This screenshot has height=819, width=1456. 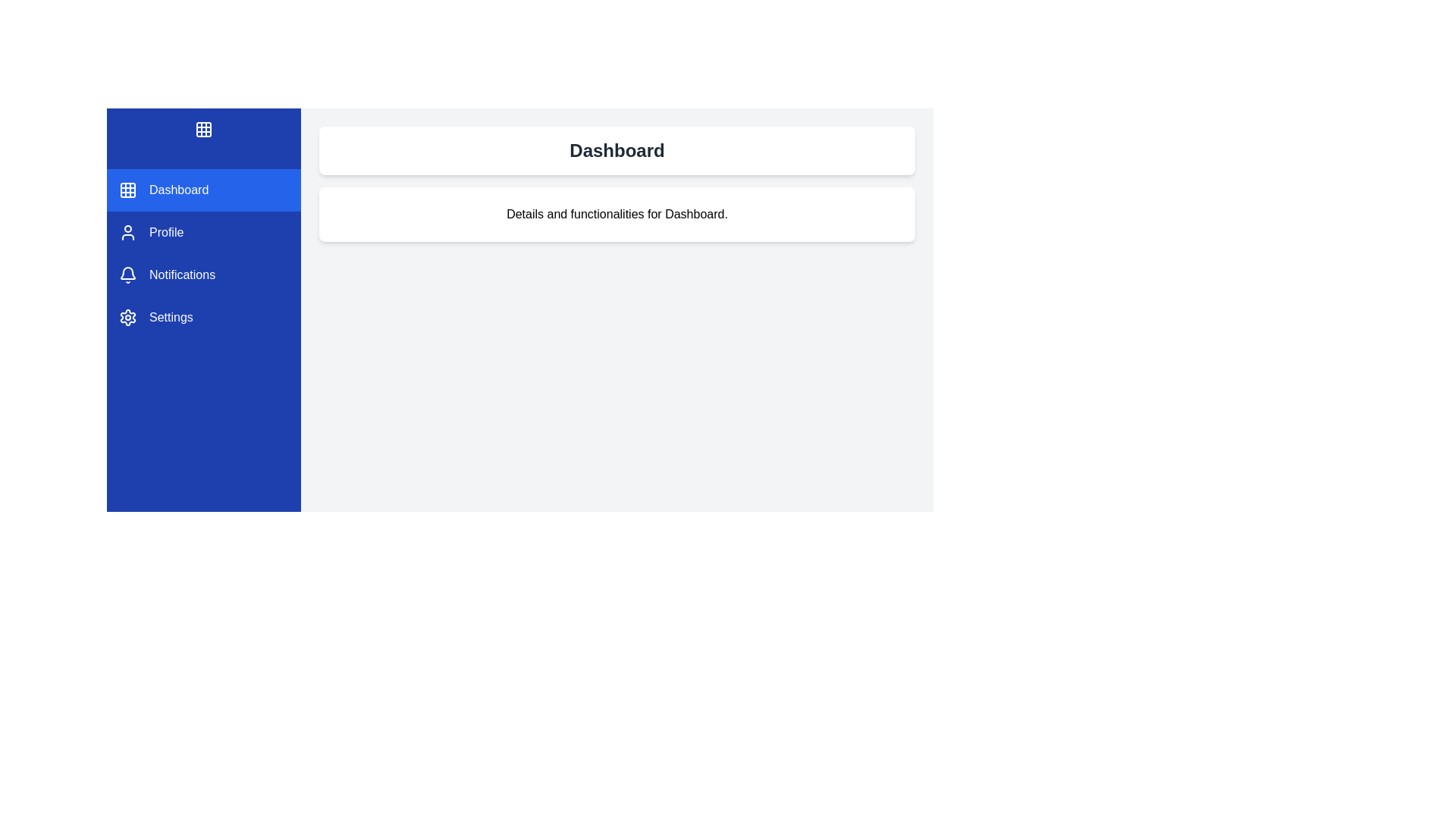 I want to click on the top-left graphical grid cell located in the navigation side panel by moving the cursor to its center point, so click(x=127, y=189).